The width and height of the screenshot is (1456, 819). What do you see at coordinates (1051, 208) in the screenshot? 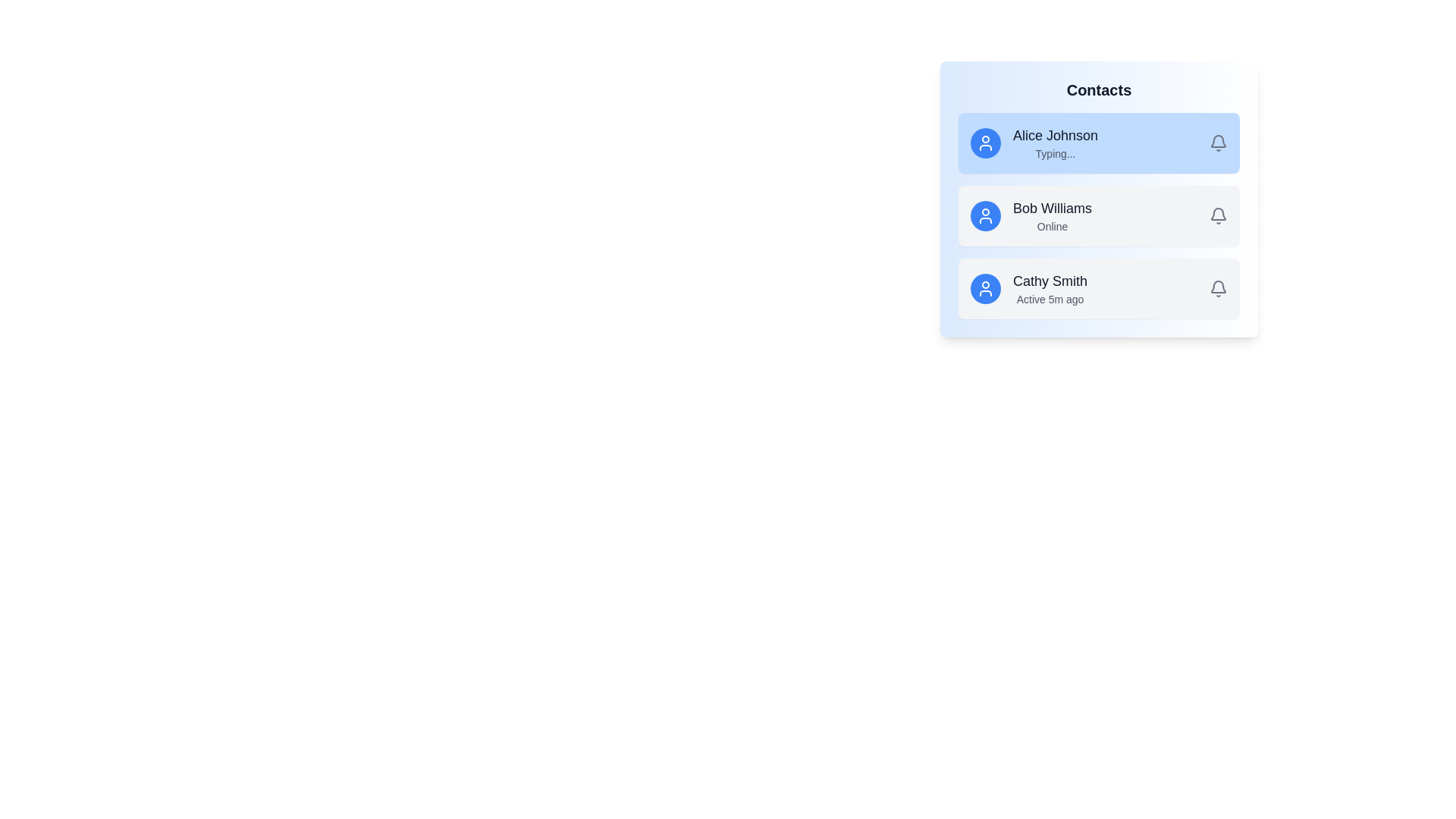
I see `the username Text Label that displays the contact's name in the second contact slot, located below 'Alice Johnson' and above 'Cathy Smith'` at bounding box center [1051, 208].